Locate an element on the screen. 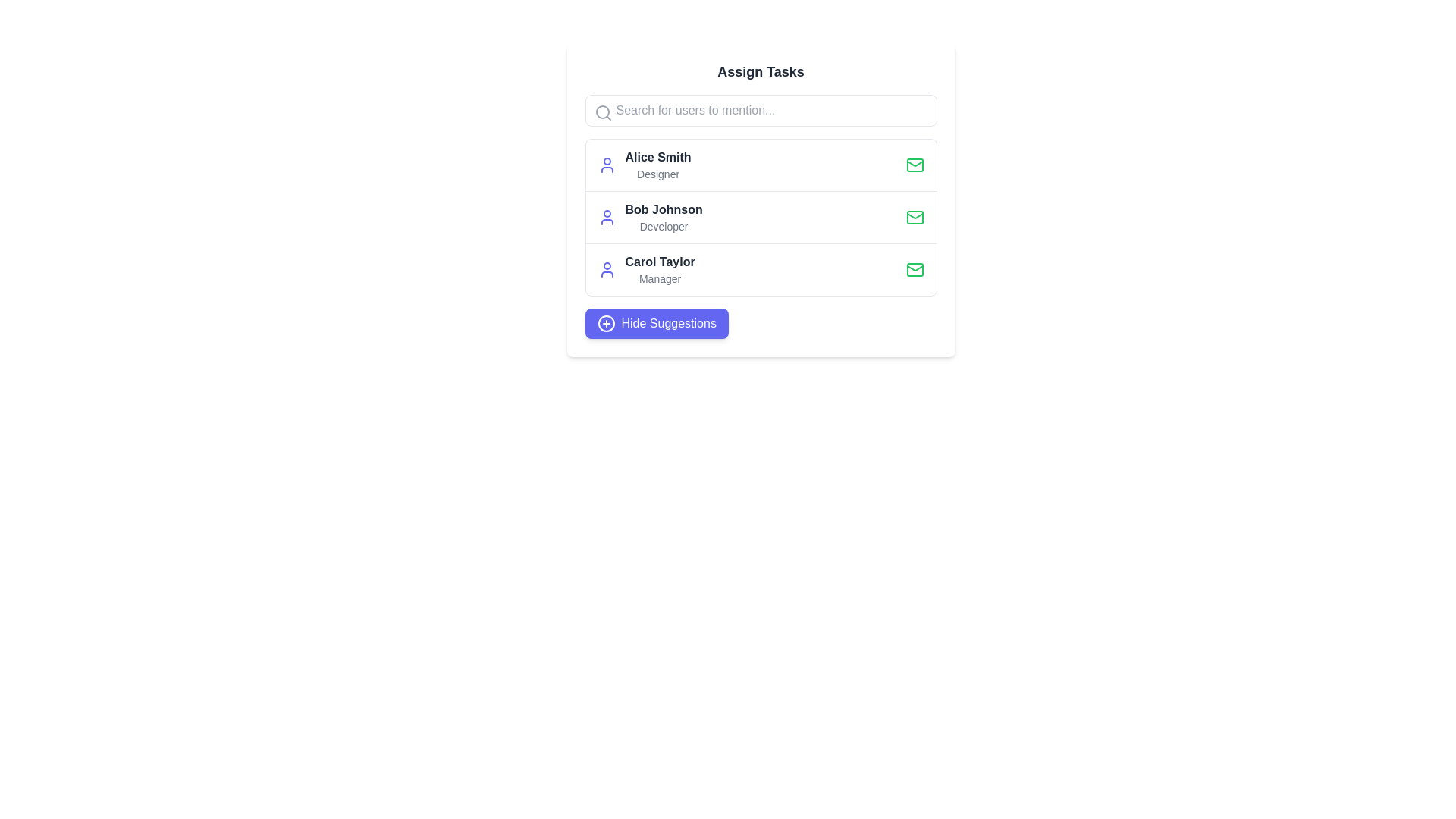  the static text label displaying 'Alice Smith', which is in a bold dark gray font and located at the top left of the first user's information card is located at coordinates (658, 158).